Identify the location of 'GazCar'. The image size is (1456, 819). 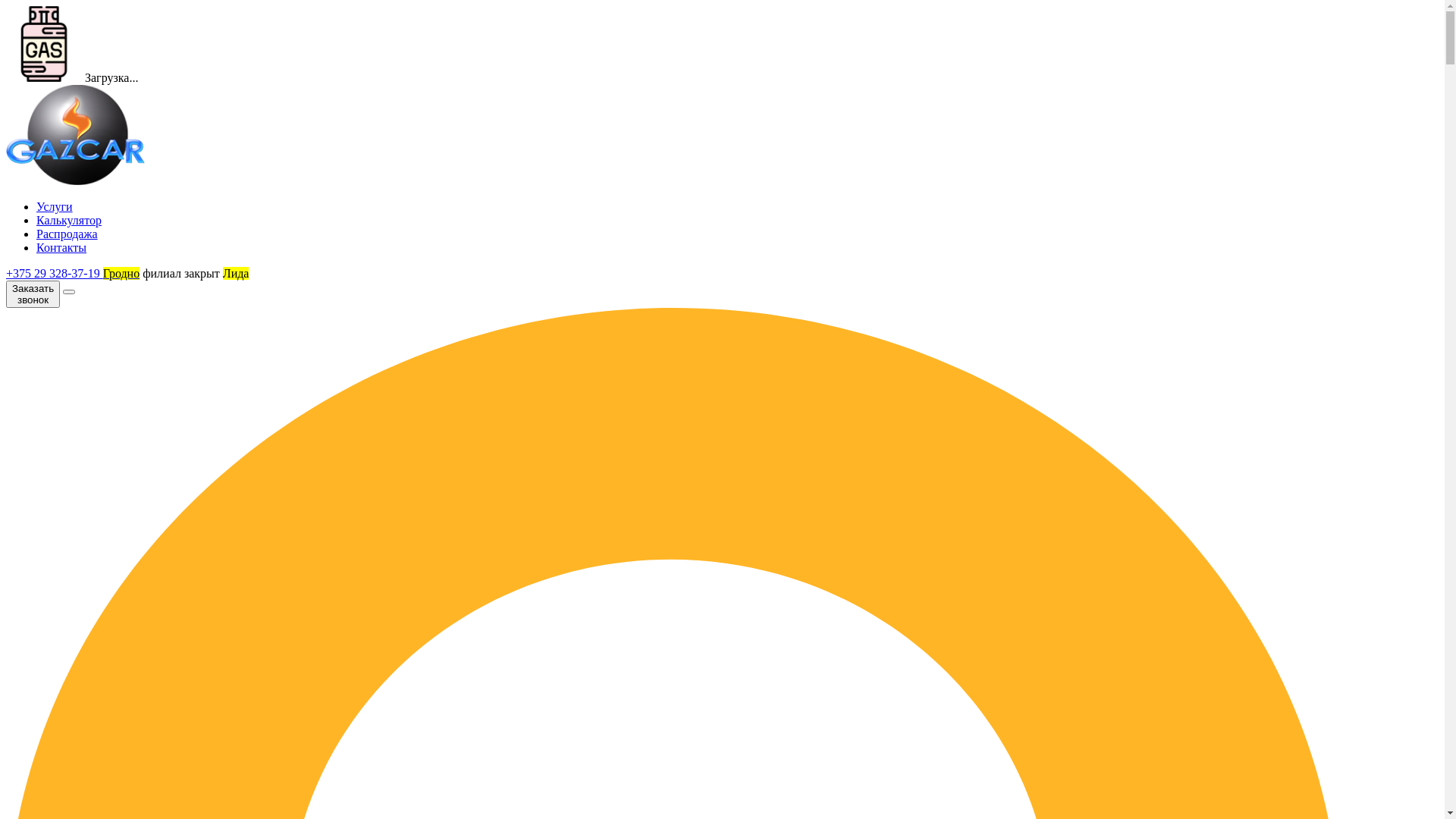
(74, 133).